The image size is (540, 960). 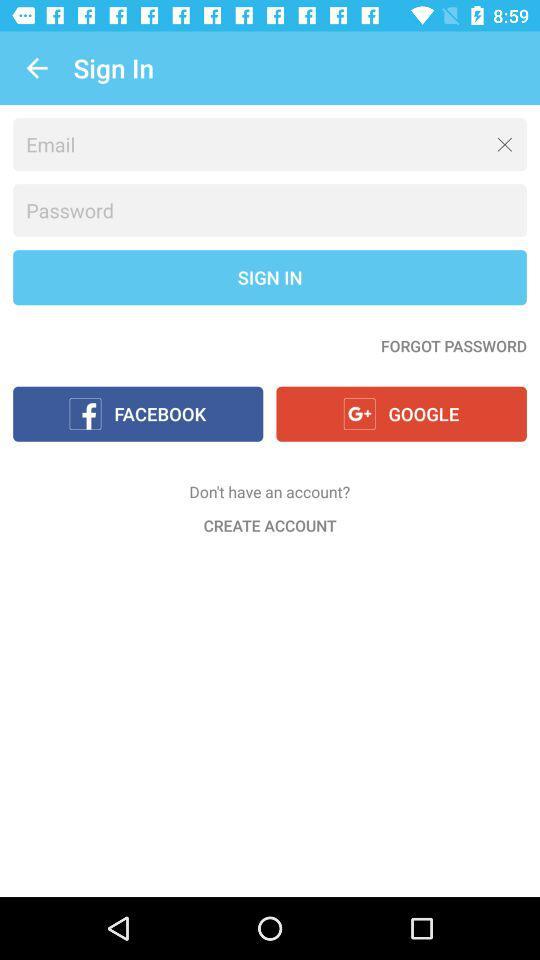 What do you see at coordinates (453, 345) in the screenshot?
I see `the item above the google item` at bounding box center [453, 345].